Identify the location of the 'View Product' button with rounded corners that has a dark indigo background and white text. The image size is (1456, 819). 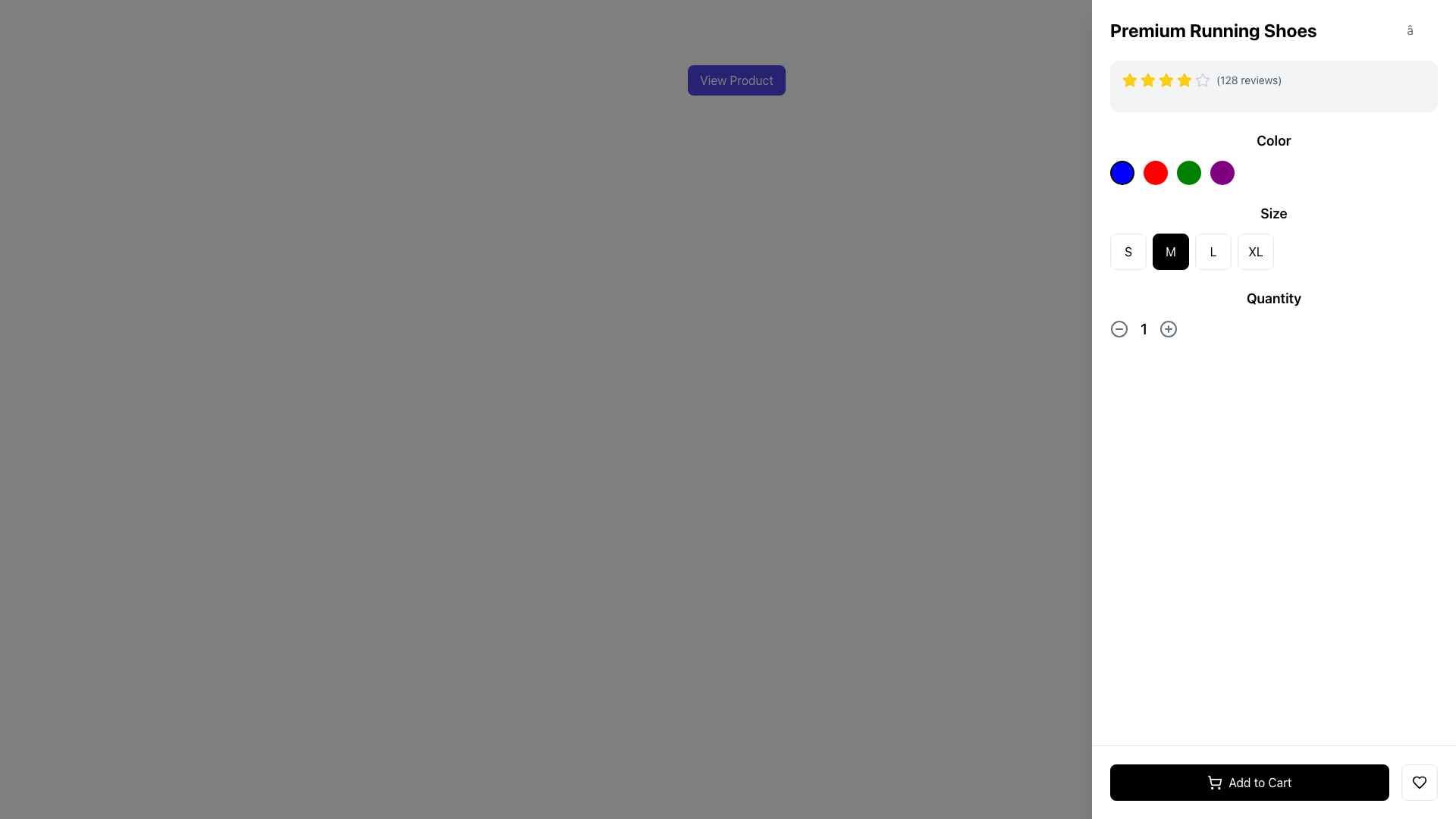
(736, 80).